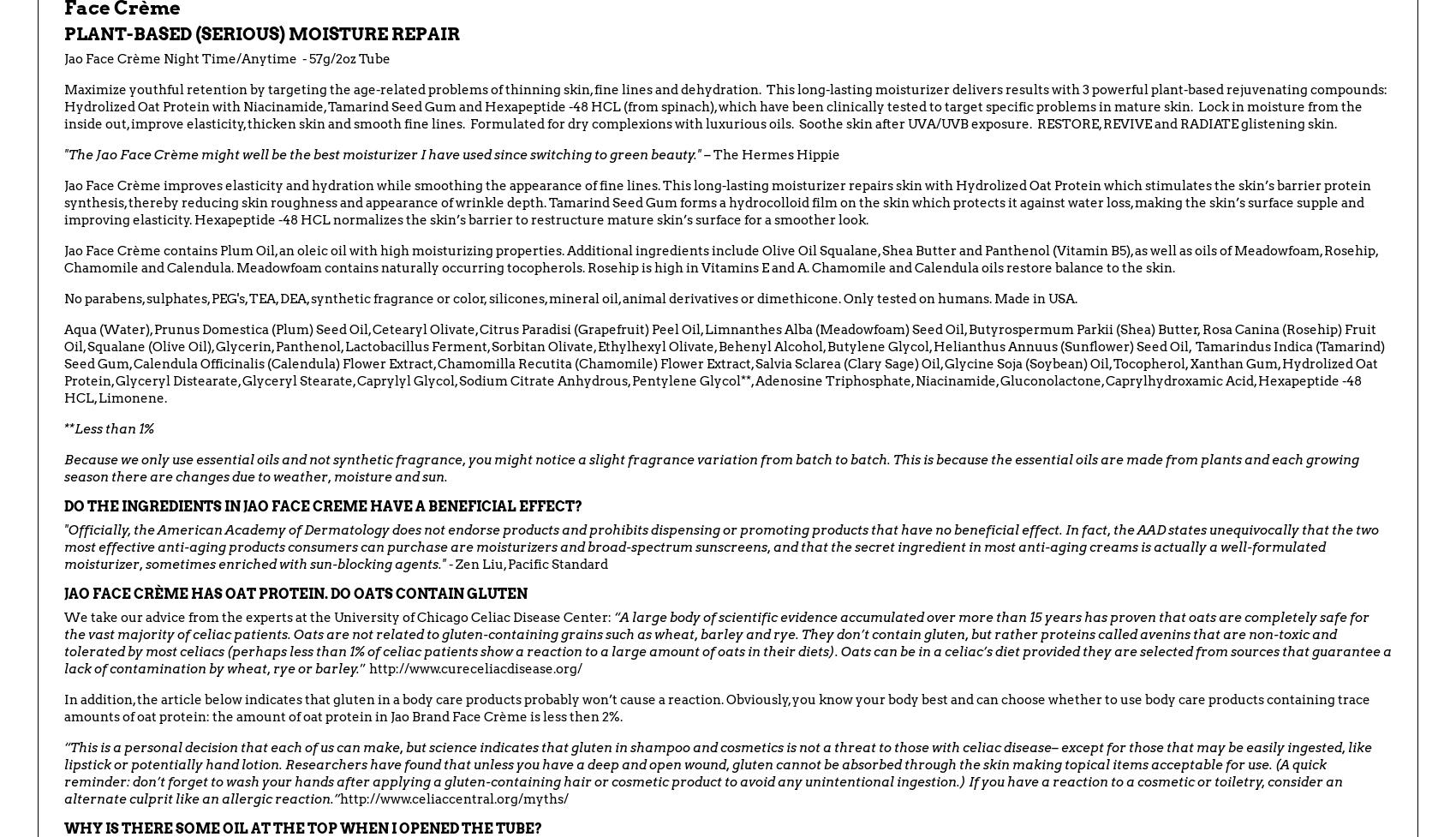 This screenshot has width=1456, height=837. I want to click on 'PLANT-BASED (SERIOUS) MOISTURE REPAIR', so click(262, 33).